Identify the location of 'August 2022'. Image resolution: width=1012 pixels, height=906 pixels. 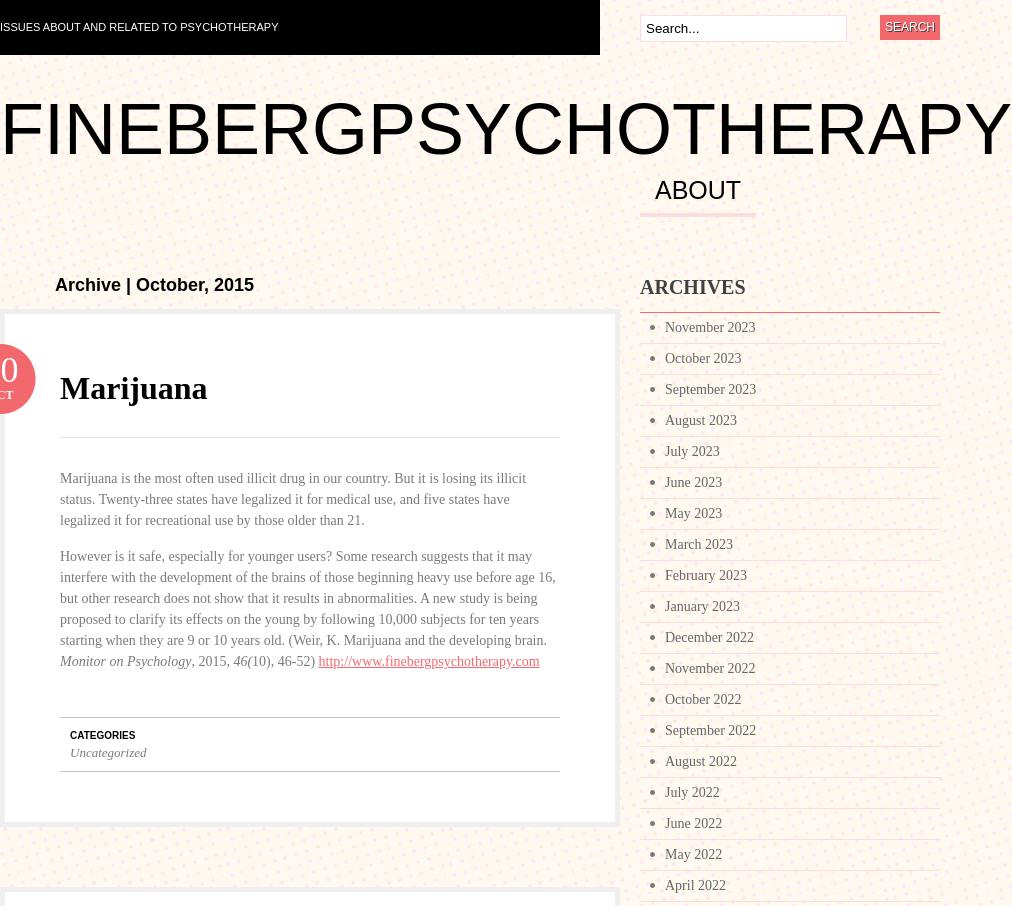
(700, 760).